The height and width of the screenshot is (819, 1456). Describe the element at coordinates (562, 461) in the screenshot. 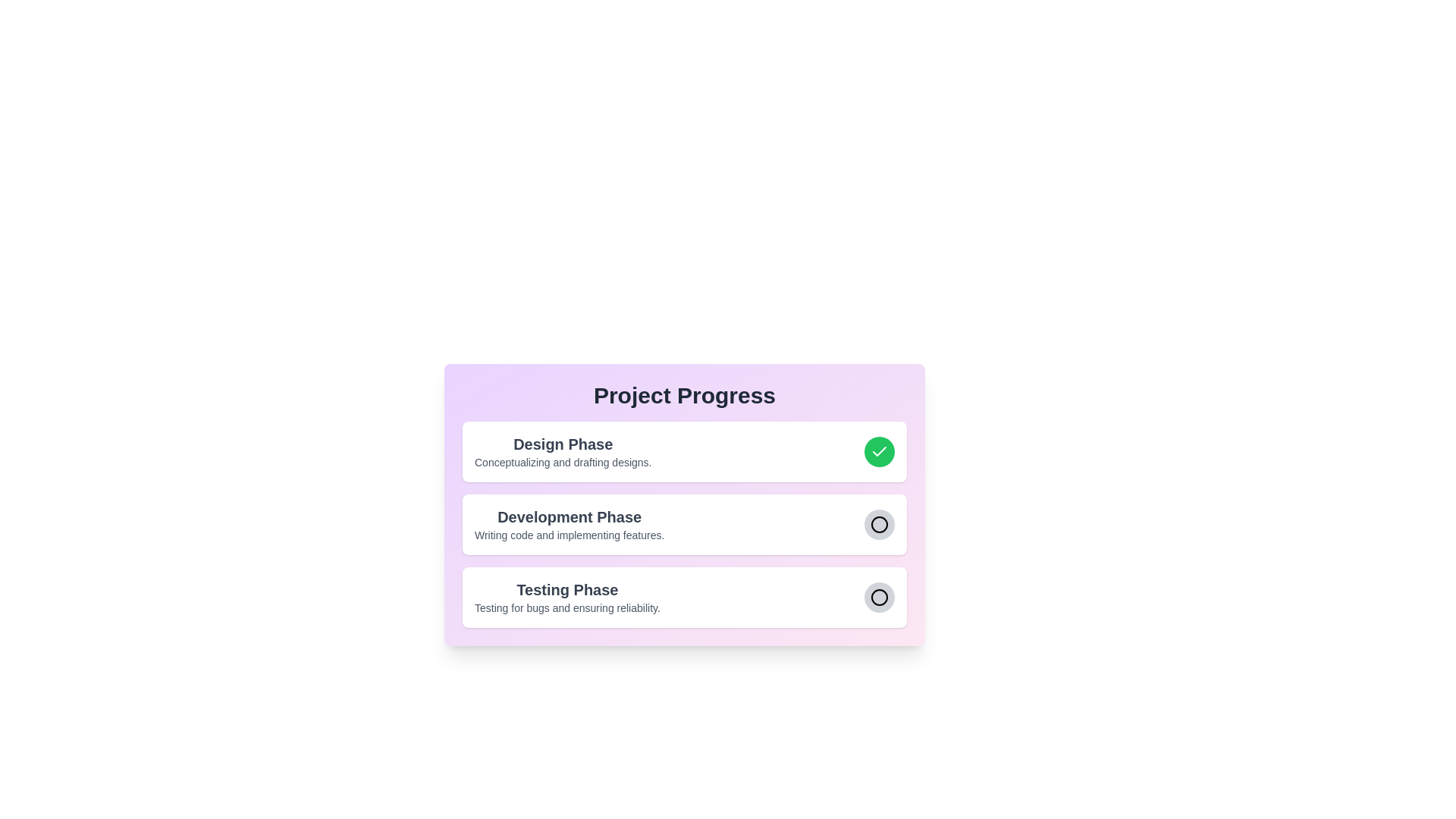

I see `the text element reading 'Conceptualizing and drafting designs.' which is styled in gray and positioned beneath the 'Design Phase' heading` at that location.